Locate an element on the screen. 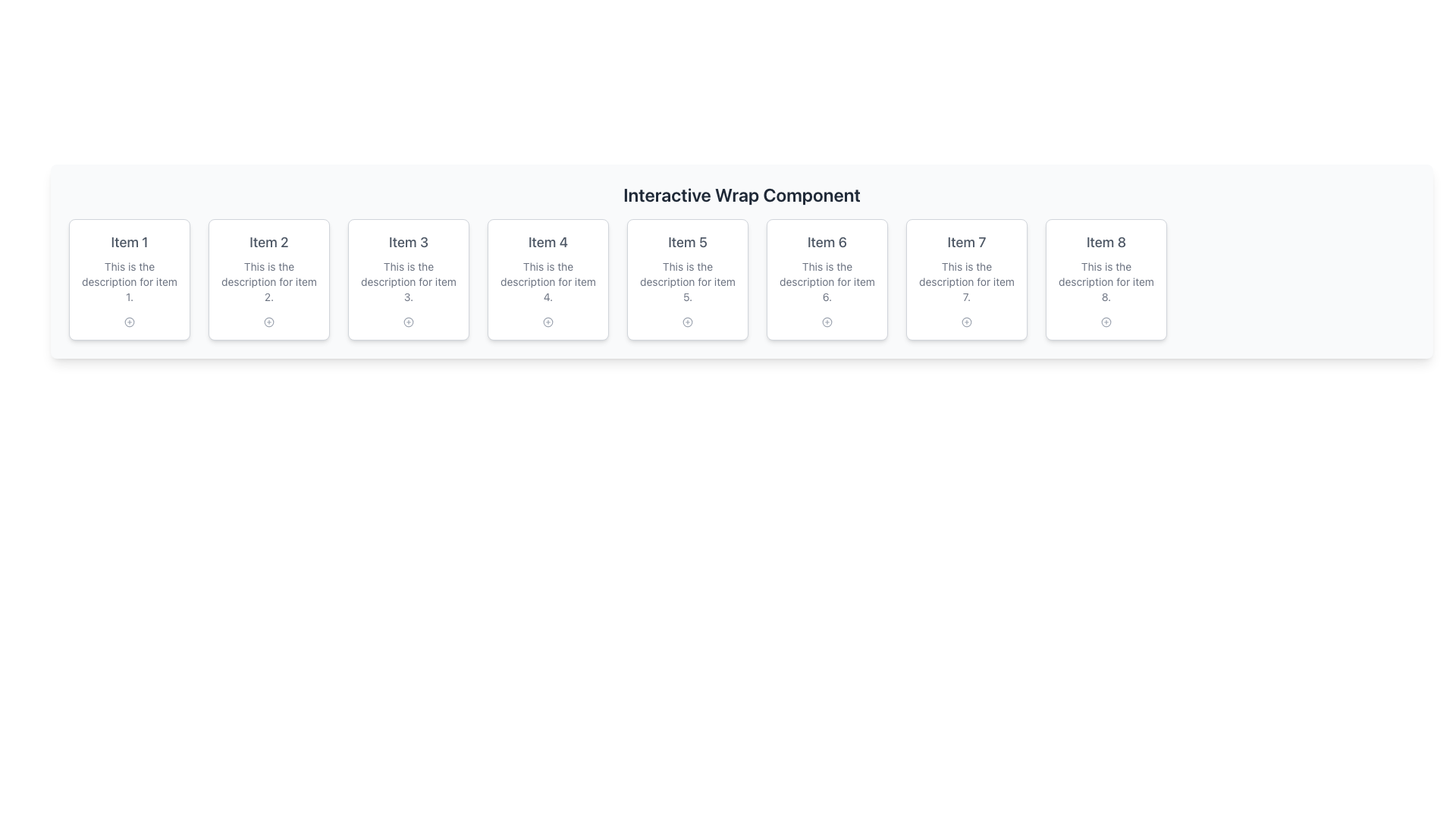 This screenshot has height=819, width=1456. descriptive text element located below the title 'Item 2' on the second card in the grid is located at coordinates (269, 281).